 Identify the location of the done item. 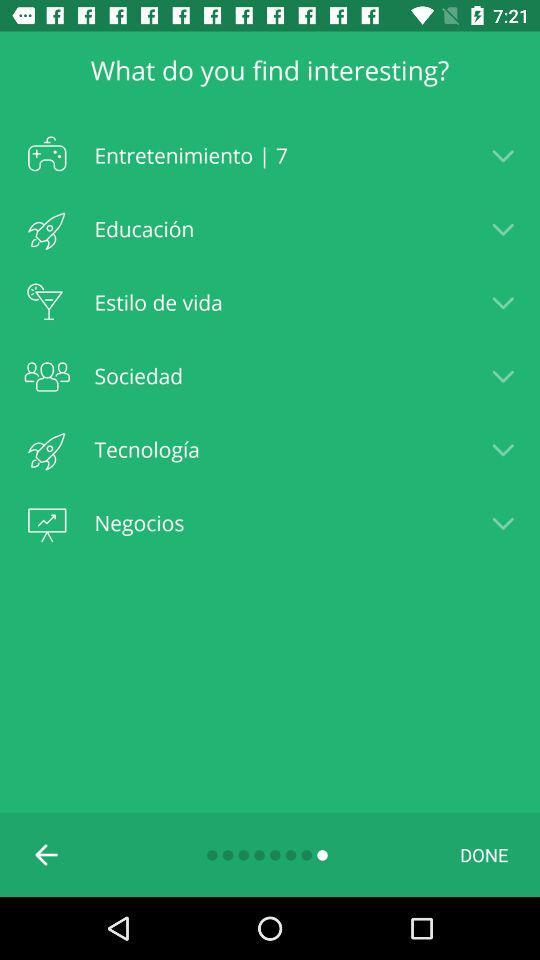
(483, 853).